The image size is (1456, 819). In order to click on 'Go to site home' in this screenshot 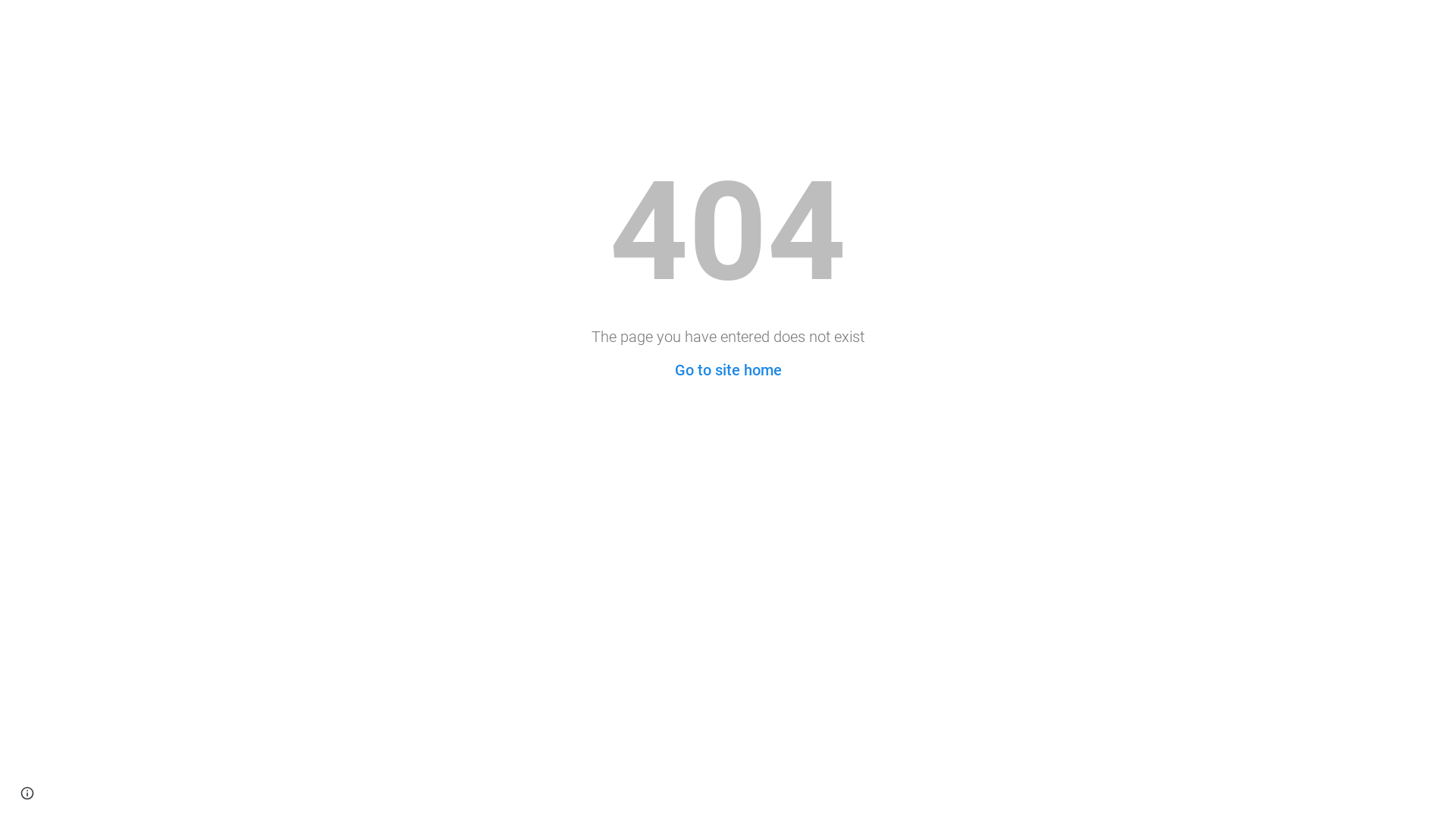, I will do `click(673, 370)`.